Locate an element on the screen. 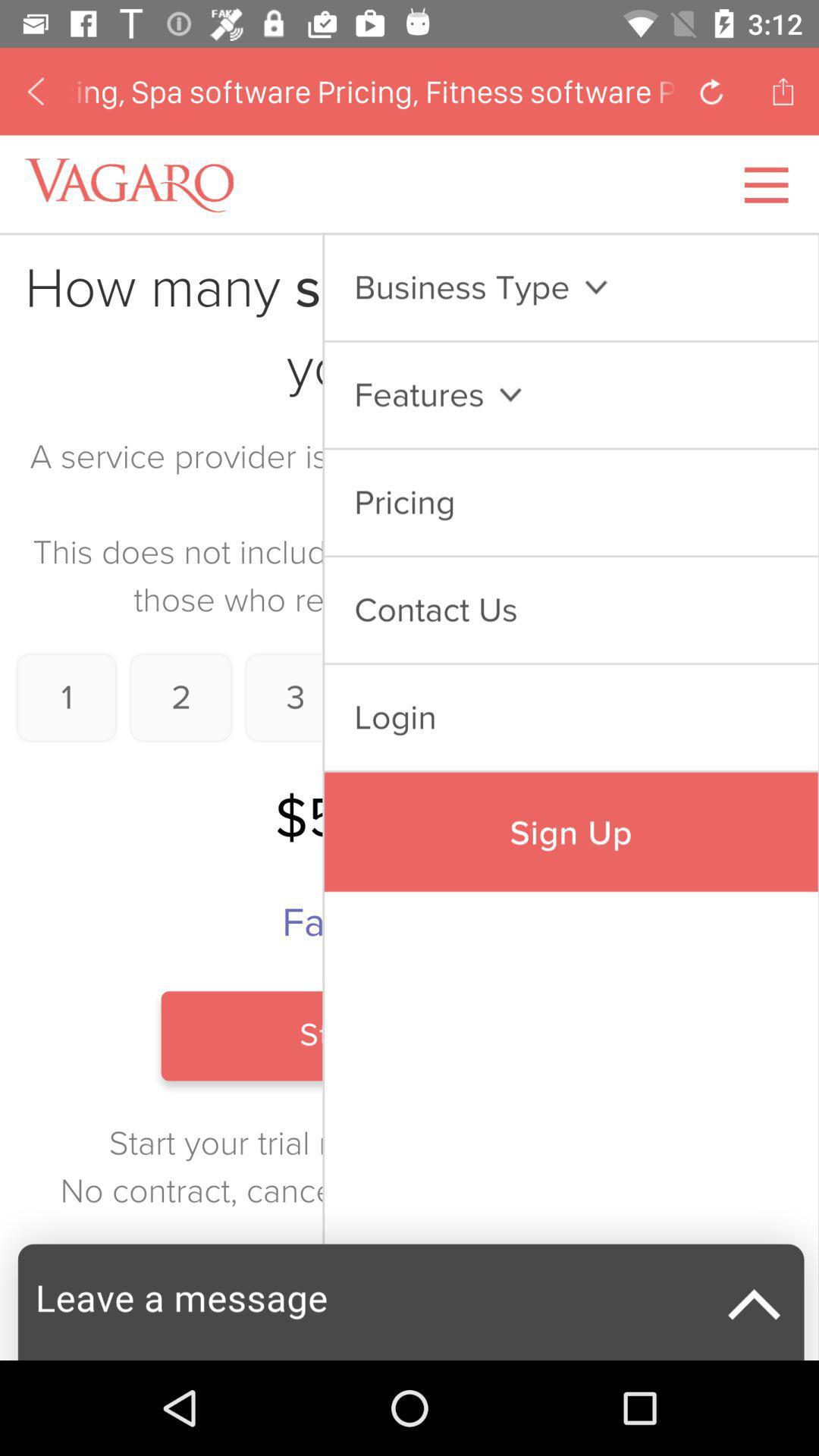  previous is located at coordinates (711, 90).